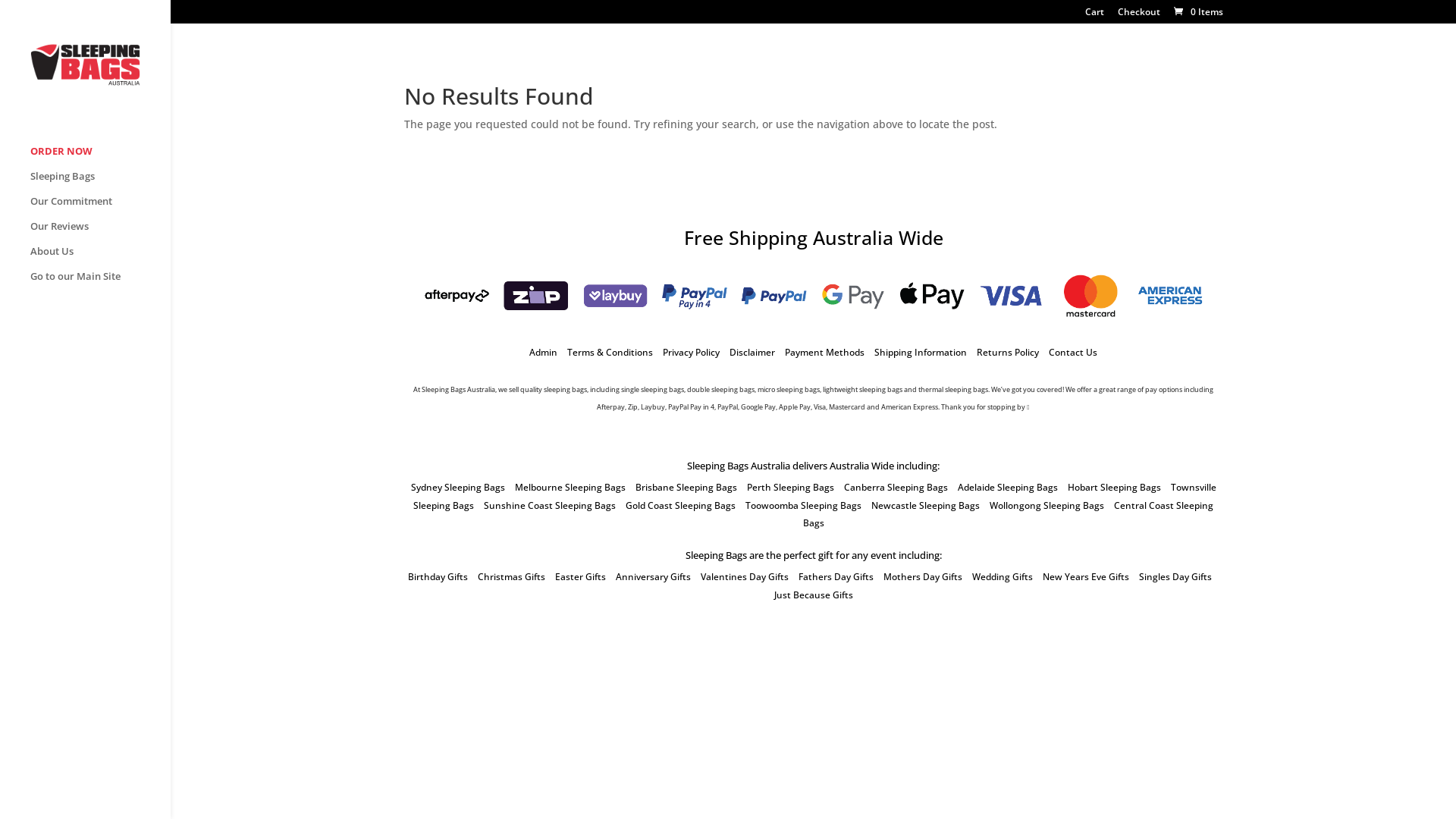 This screenshot has width=1456, height=819. What do you see at coordinates (1196, 11) in the screenshot?
I see `'0 Items'` at bounding box center [1196, 11].